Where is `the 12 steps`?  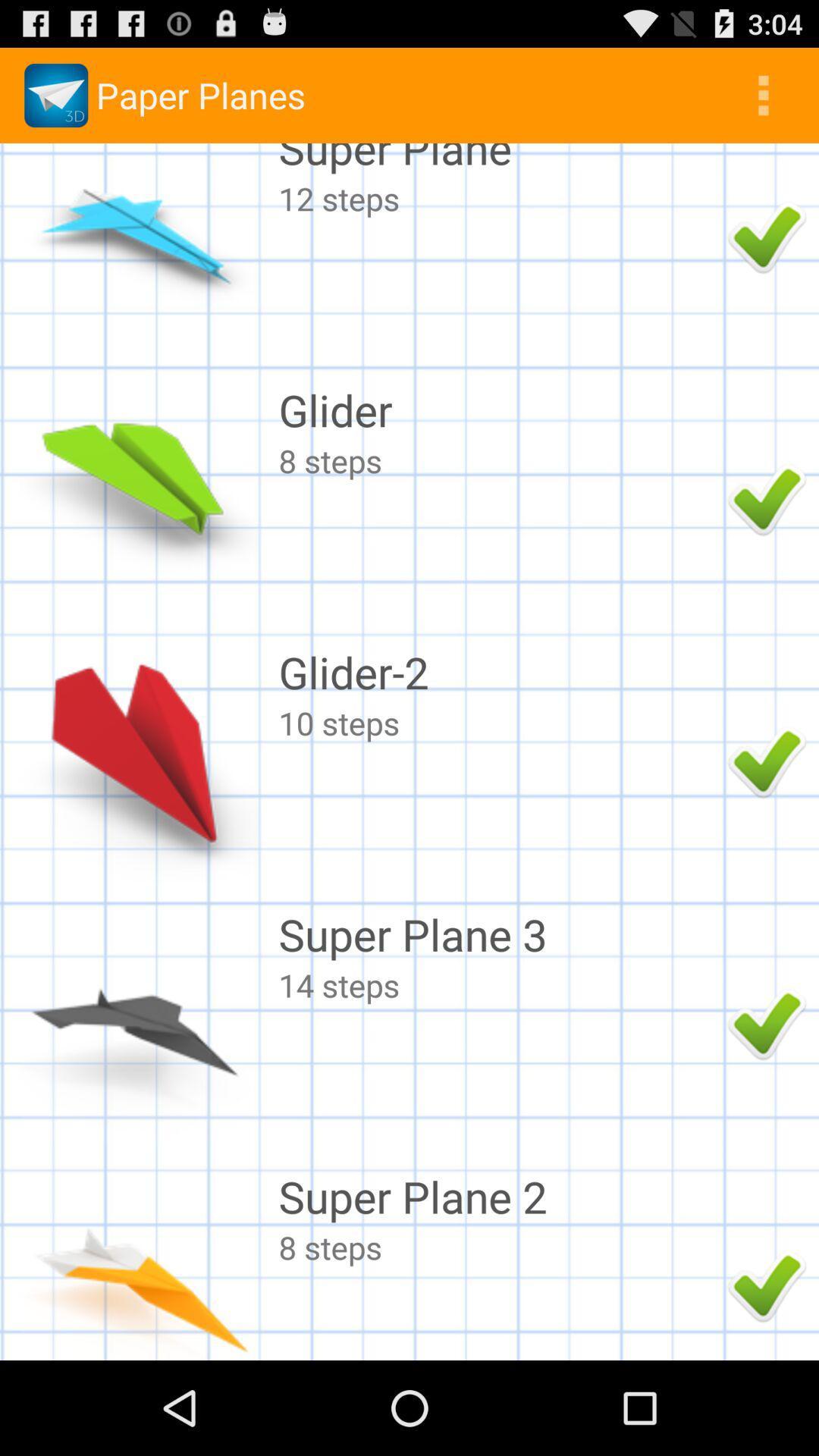
the 12 steps is located at coordinates (499, 197).